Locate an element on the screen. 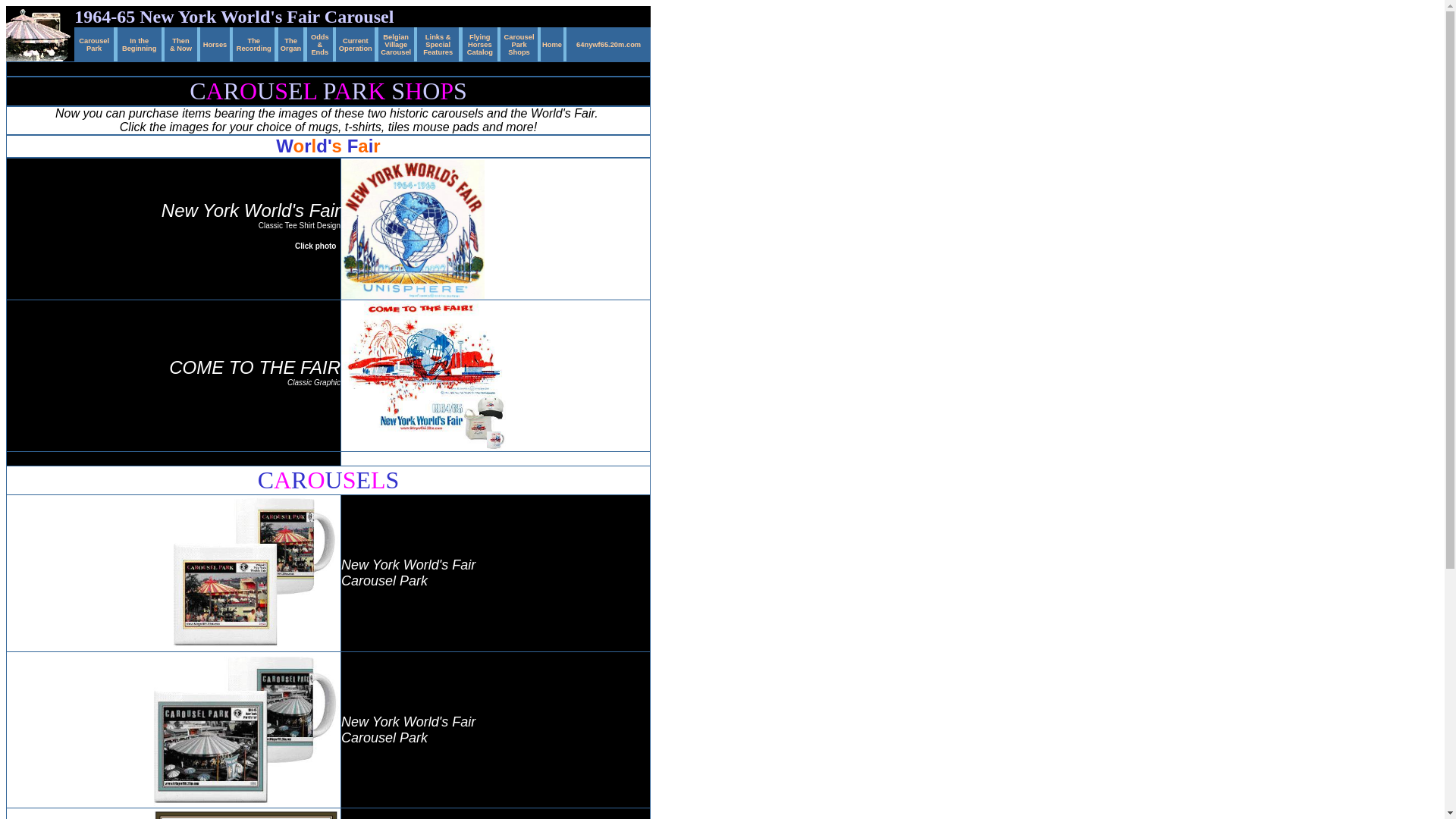 The width and height of the screenshot is (1456, 819). 'Then is located at coordinates (180, 42).